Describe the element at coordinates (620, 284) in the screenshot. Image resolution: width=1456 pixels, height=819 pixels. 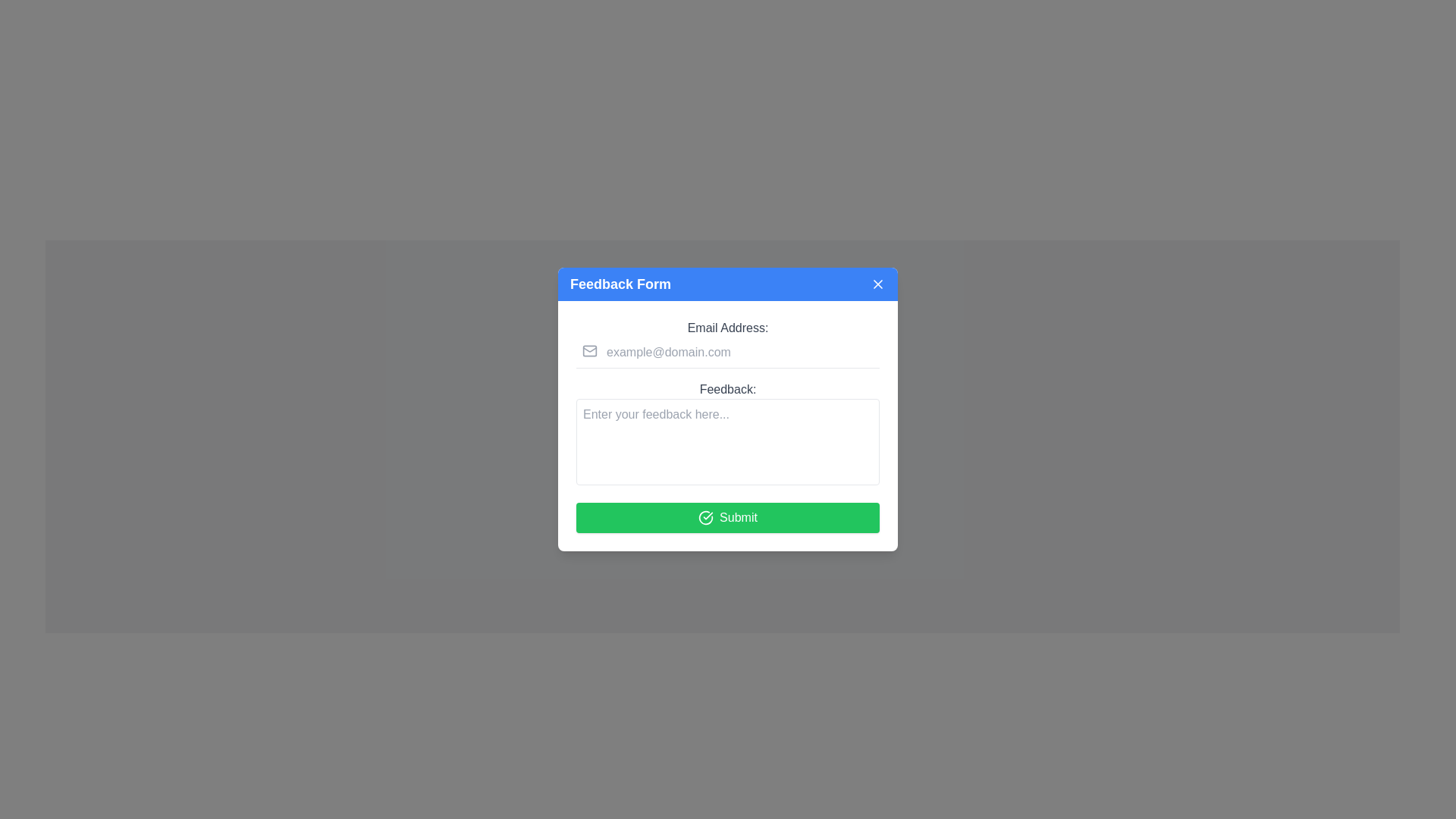
I see `the 'Feedback Form' title text label located in the top-left area of the header bar, which has a blue background and is positioned to the left of the close button` at that location.